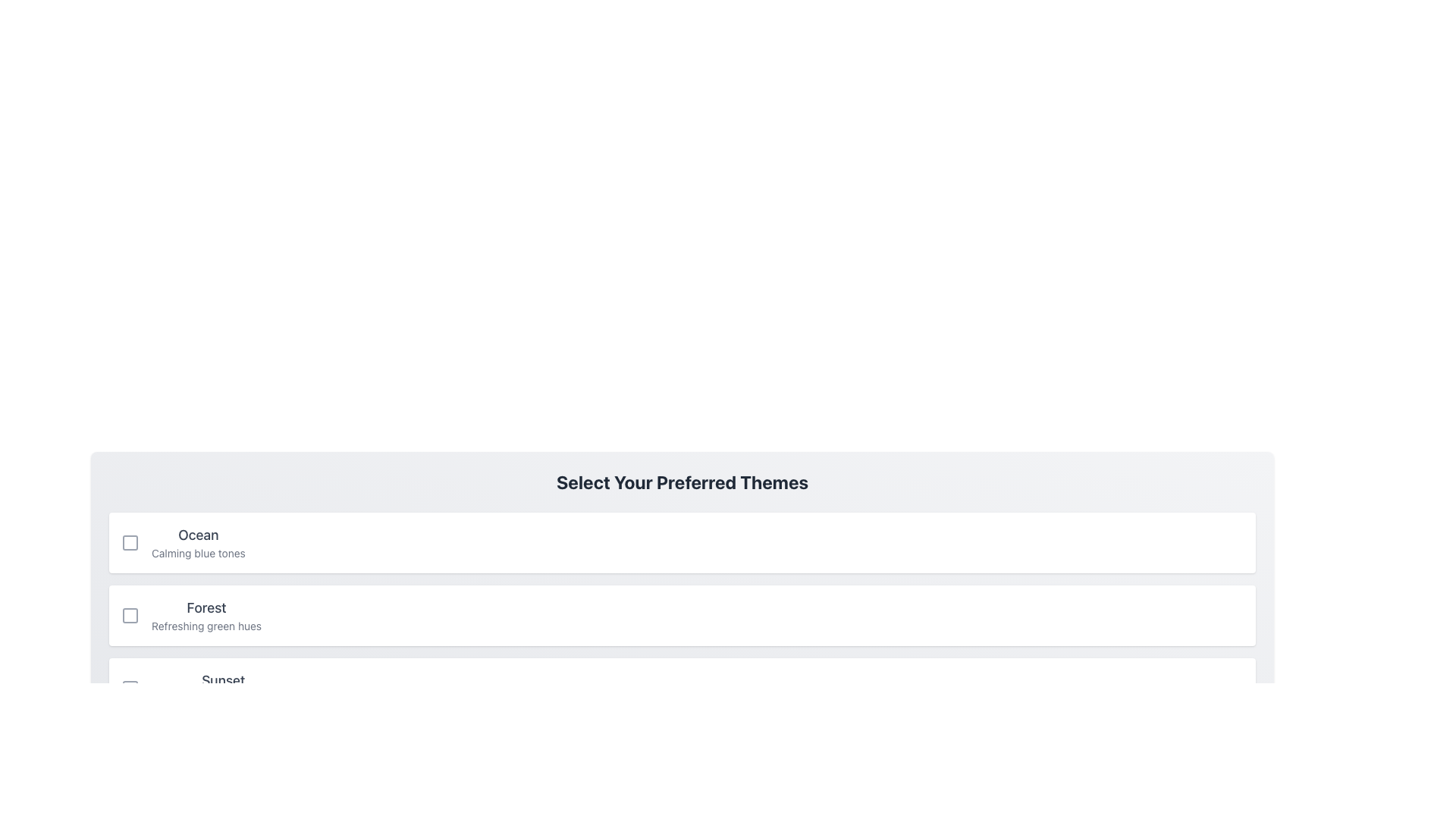  Describe the element at coordinates (206, 607) in the screenshot. I see `the text label displaying 'Forest', which is styled with medium weight and gray color, located above the description 'Refreshing green hues'` at that location.